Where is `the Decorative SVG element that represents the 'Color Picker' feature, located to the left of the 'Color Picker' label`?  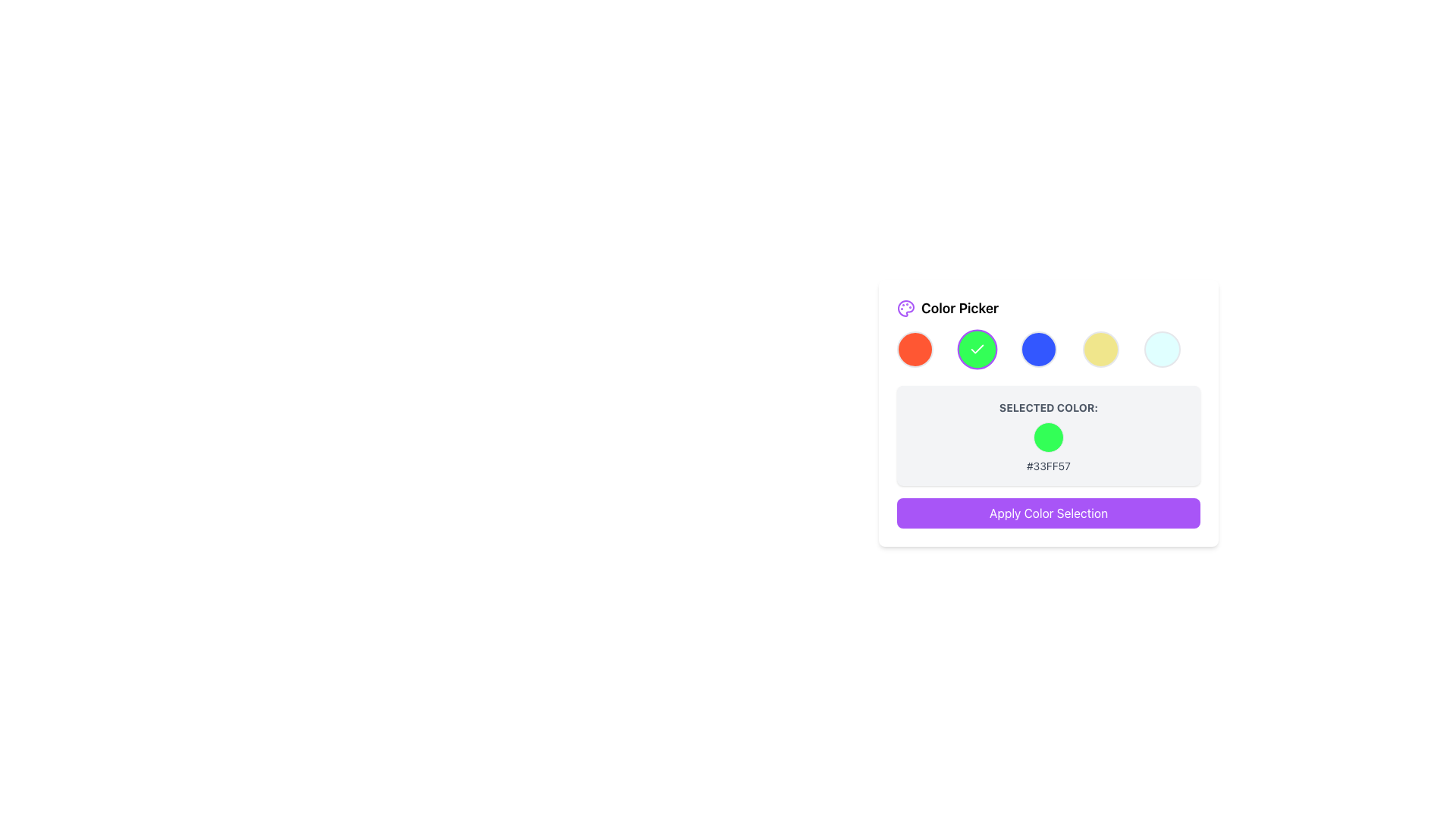 the Decorative SVG element that represents the 'Color Picker' feature, located to the left of the 'Color Picker' label is located at coordinates (906, 308).